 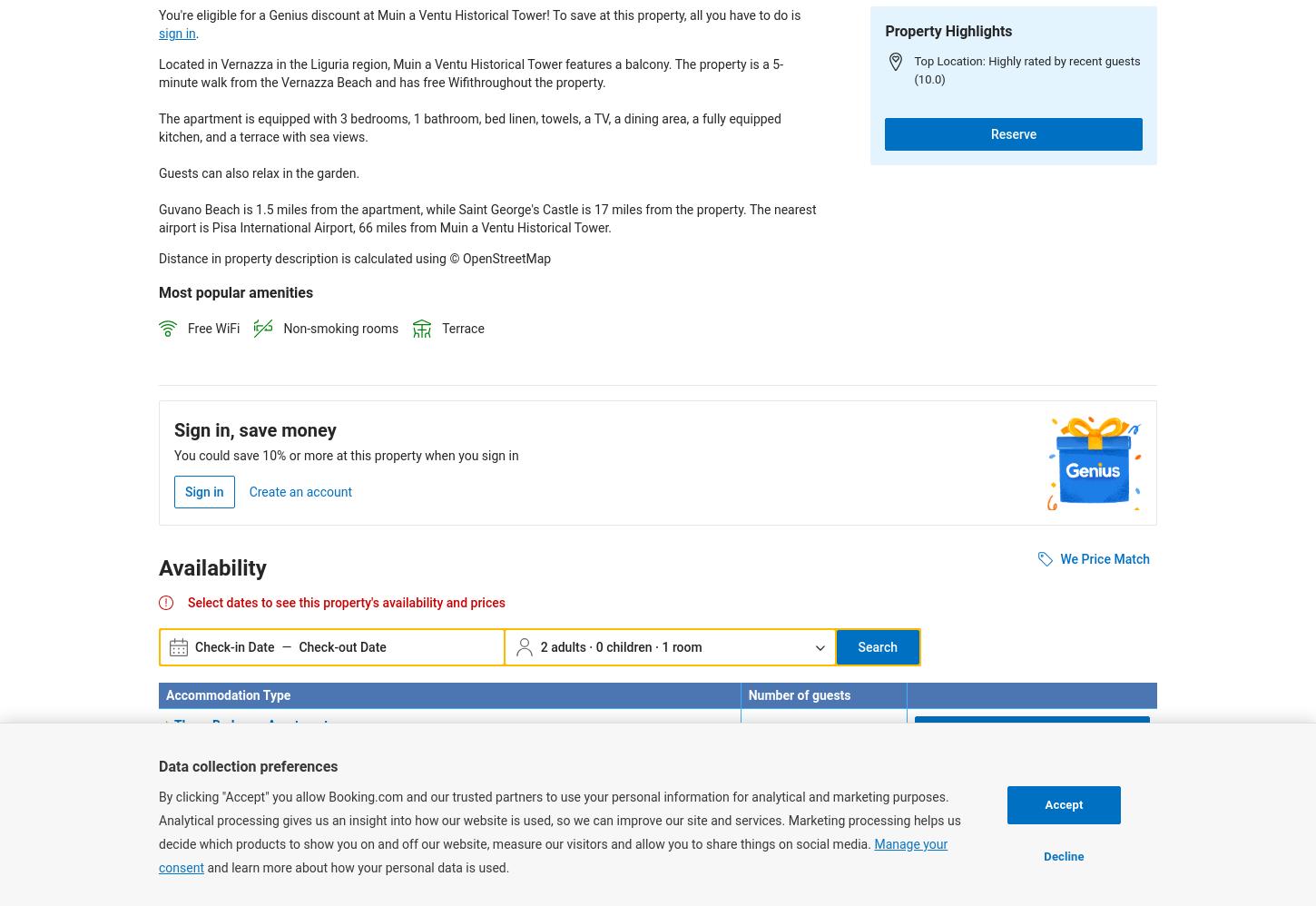 I want to click on 'Sign in, save money', so click(x=172, y=428).